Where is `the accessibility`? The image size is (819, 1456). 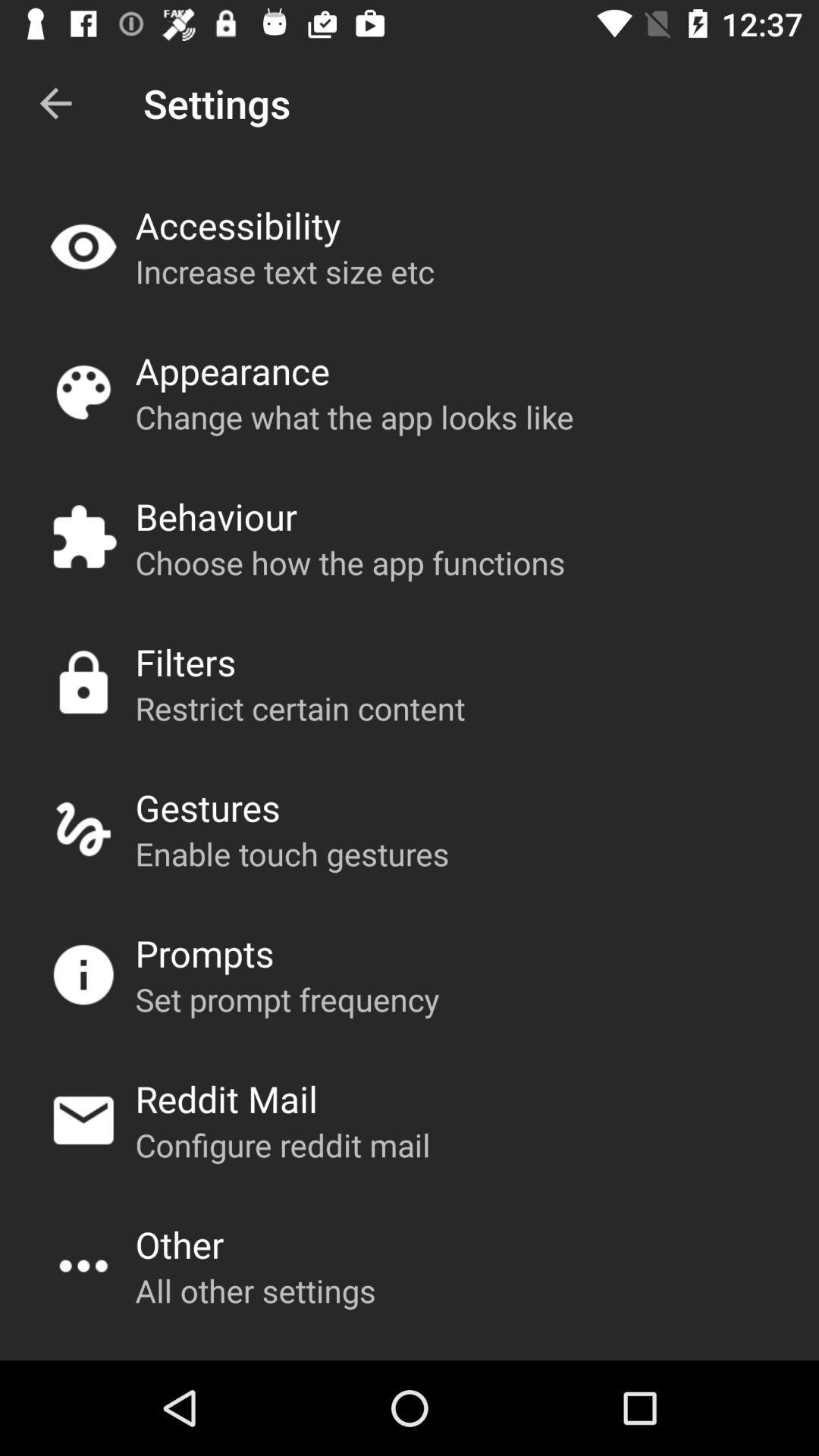 the accessibility is located at coordinates (237, 224).